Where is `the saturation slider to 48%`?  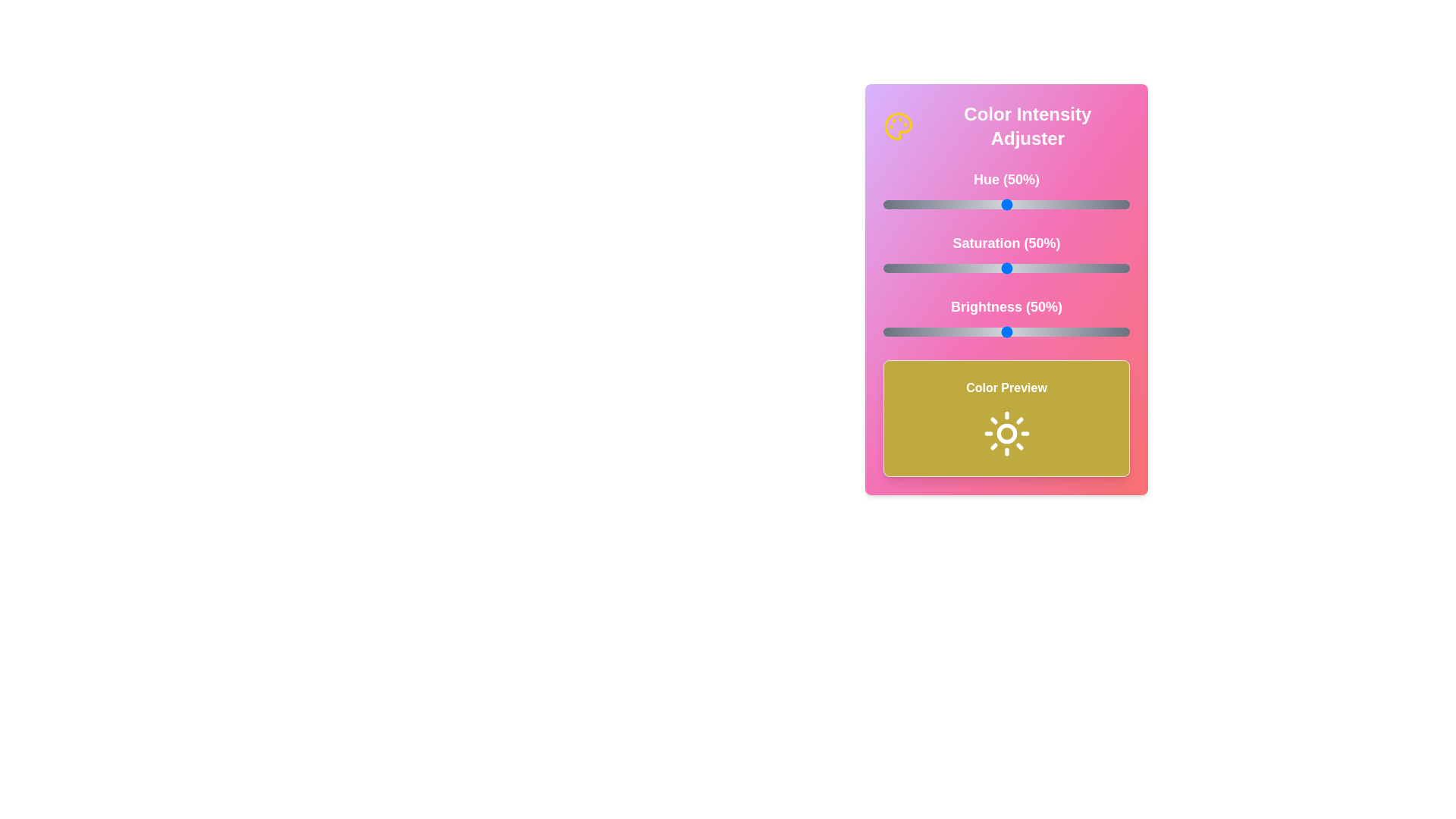
the saturation slider to 48% is located at coordinates (1001, 268).